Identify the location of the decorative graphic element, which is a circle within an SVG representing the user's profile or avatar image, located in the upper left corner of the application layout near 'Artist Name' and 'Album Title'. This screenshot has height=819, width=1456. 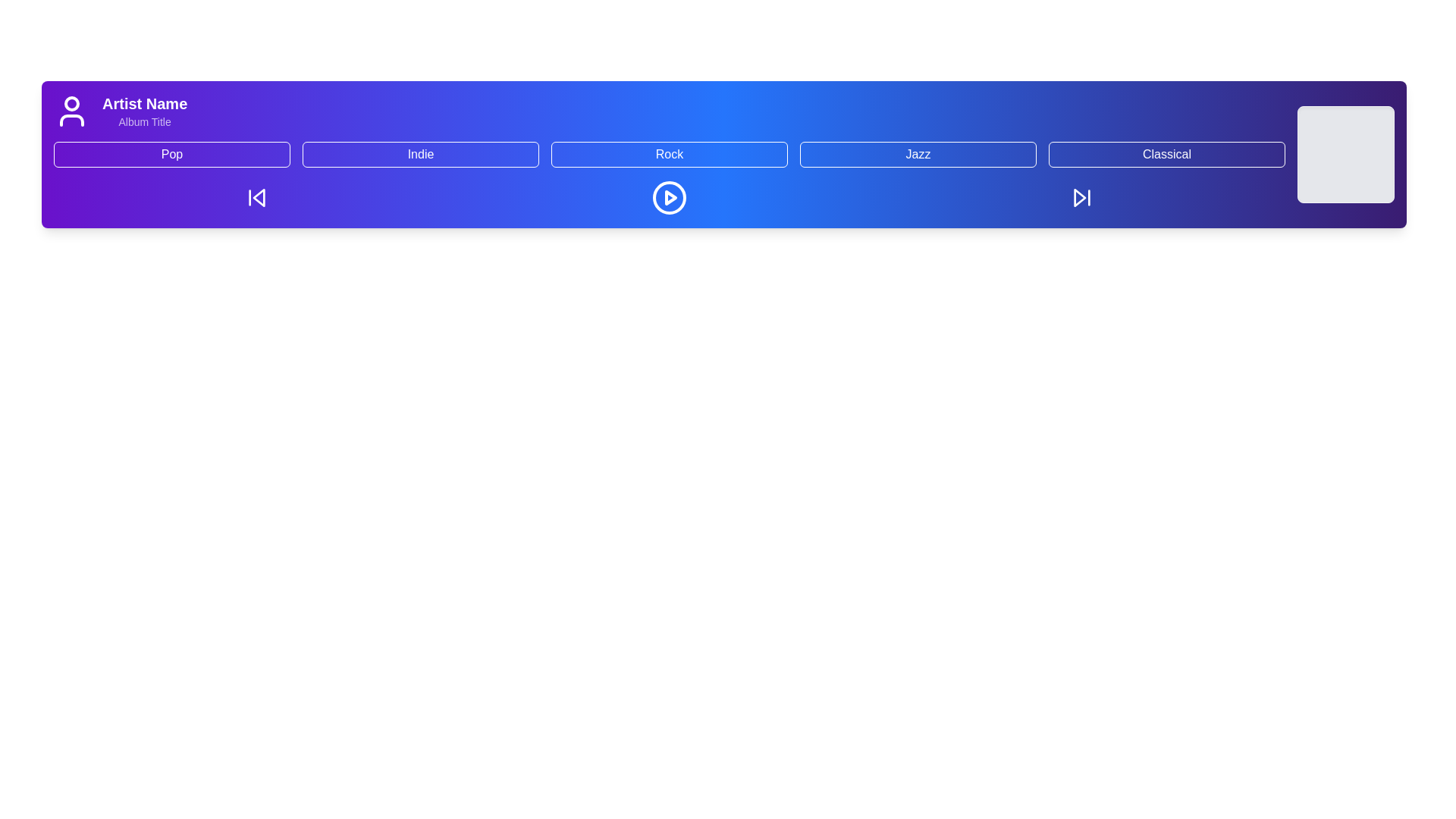
(71, 103).